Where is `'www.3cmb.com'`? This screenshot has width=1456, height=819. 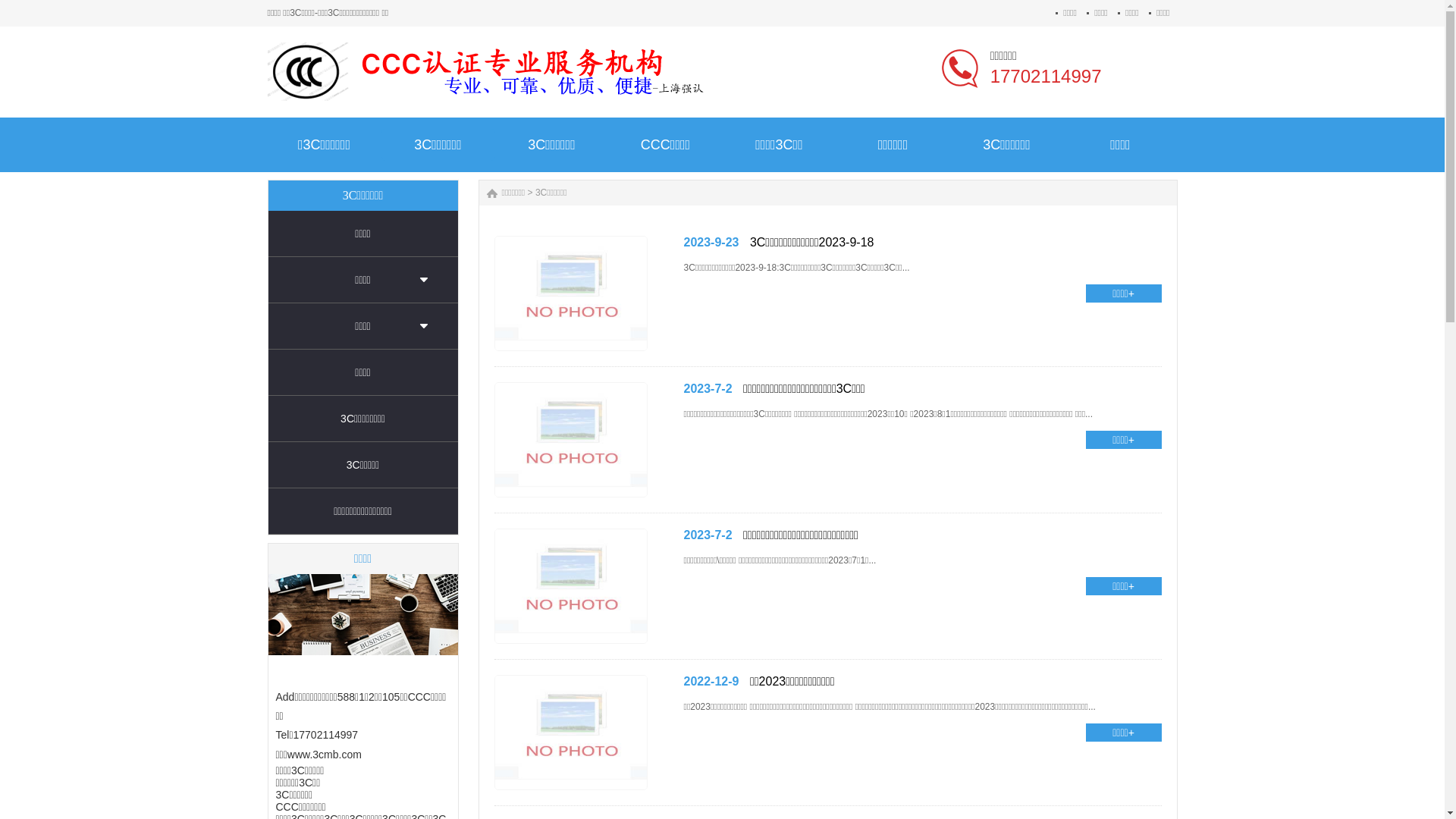 'www.3cmb.com' is located at coordinates (323, 755).